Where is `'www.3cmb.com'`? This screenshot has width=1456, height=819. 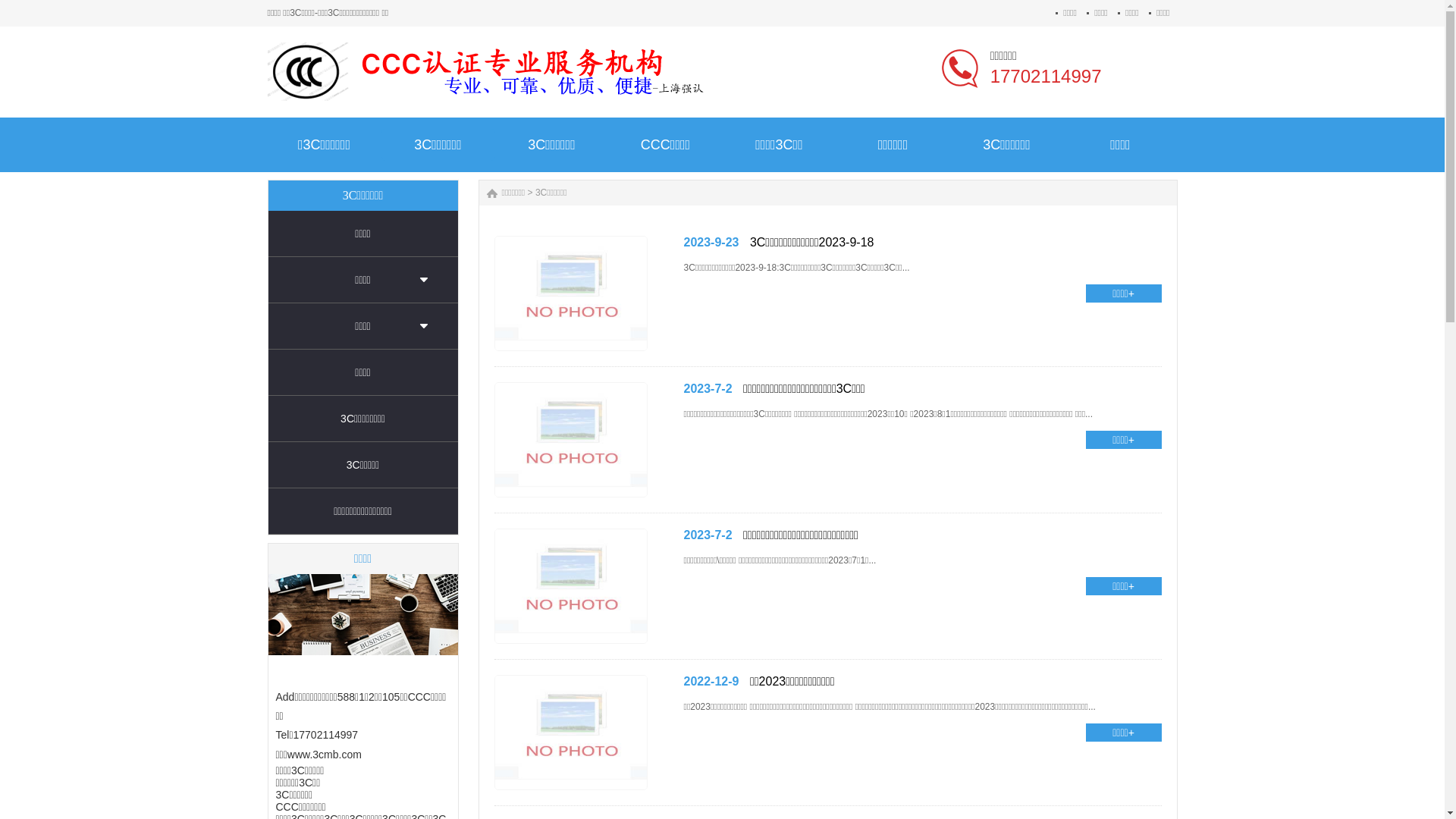 'www.3cmb.com' is located at coordinates (323, 755).